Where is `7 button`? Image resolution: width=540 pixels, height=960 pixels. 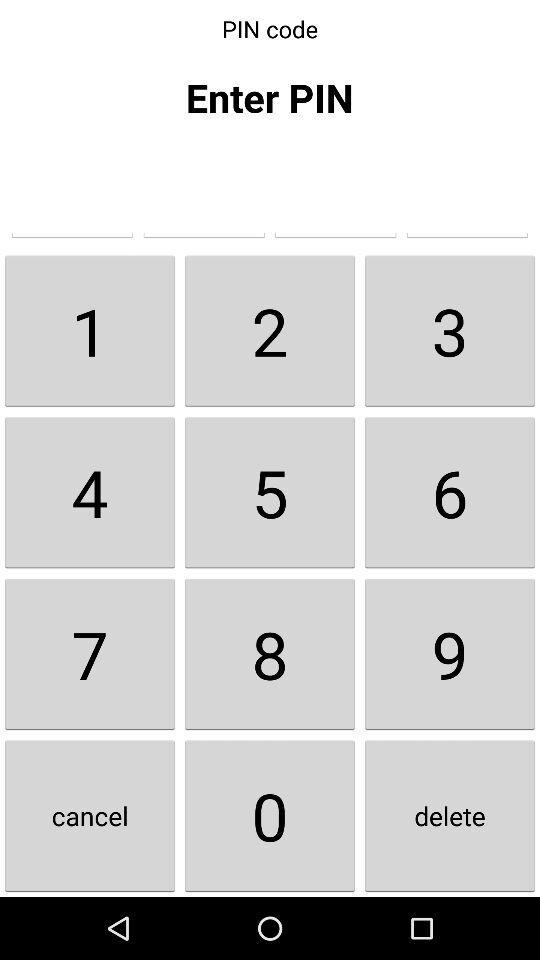
7 button is located at coordinates (89, 653).